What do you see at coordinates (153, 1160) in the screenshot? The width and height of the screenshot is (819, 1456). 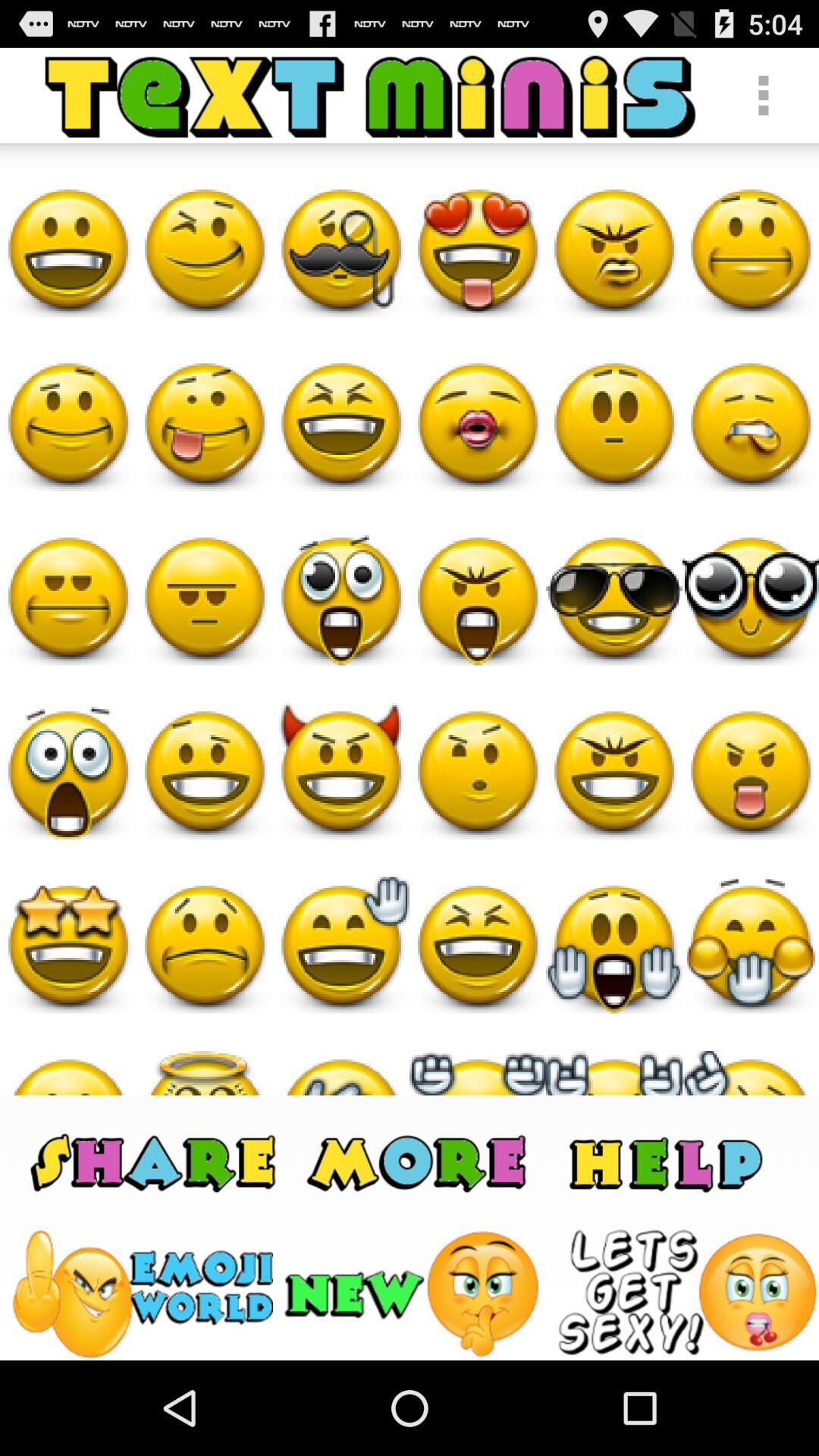 I see `share emojis` at bounding box center [153, 1160].